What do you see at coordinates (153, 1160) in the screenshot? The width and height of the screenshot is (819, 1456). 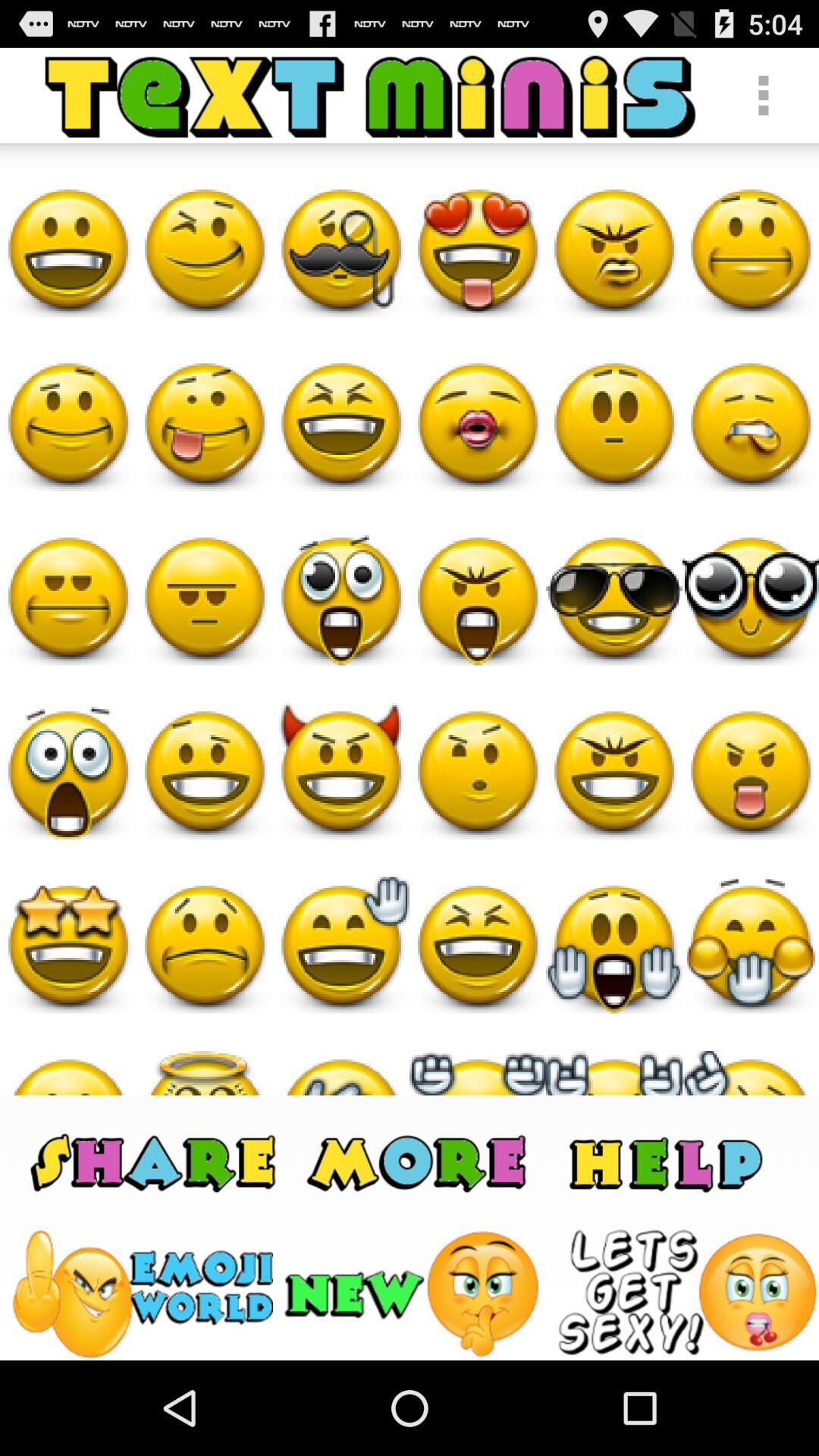 I see `share emojis` at bounding box center [153, 1160].